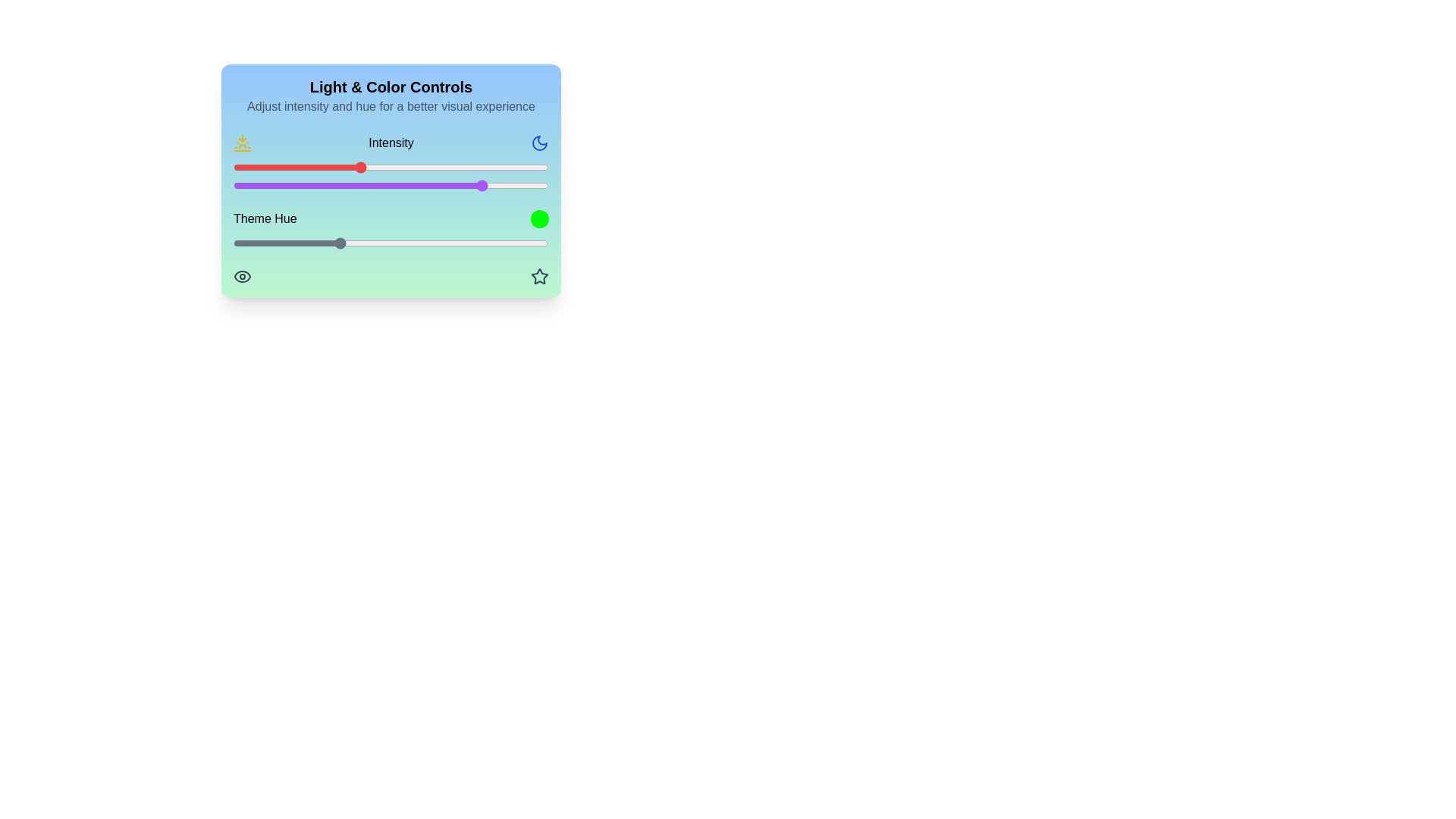 This screenshot has height=819, width=1456. Describe the element at coordinates (388, 185) in the screenshot. I see `the slider value` at that location.